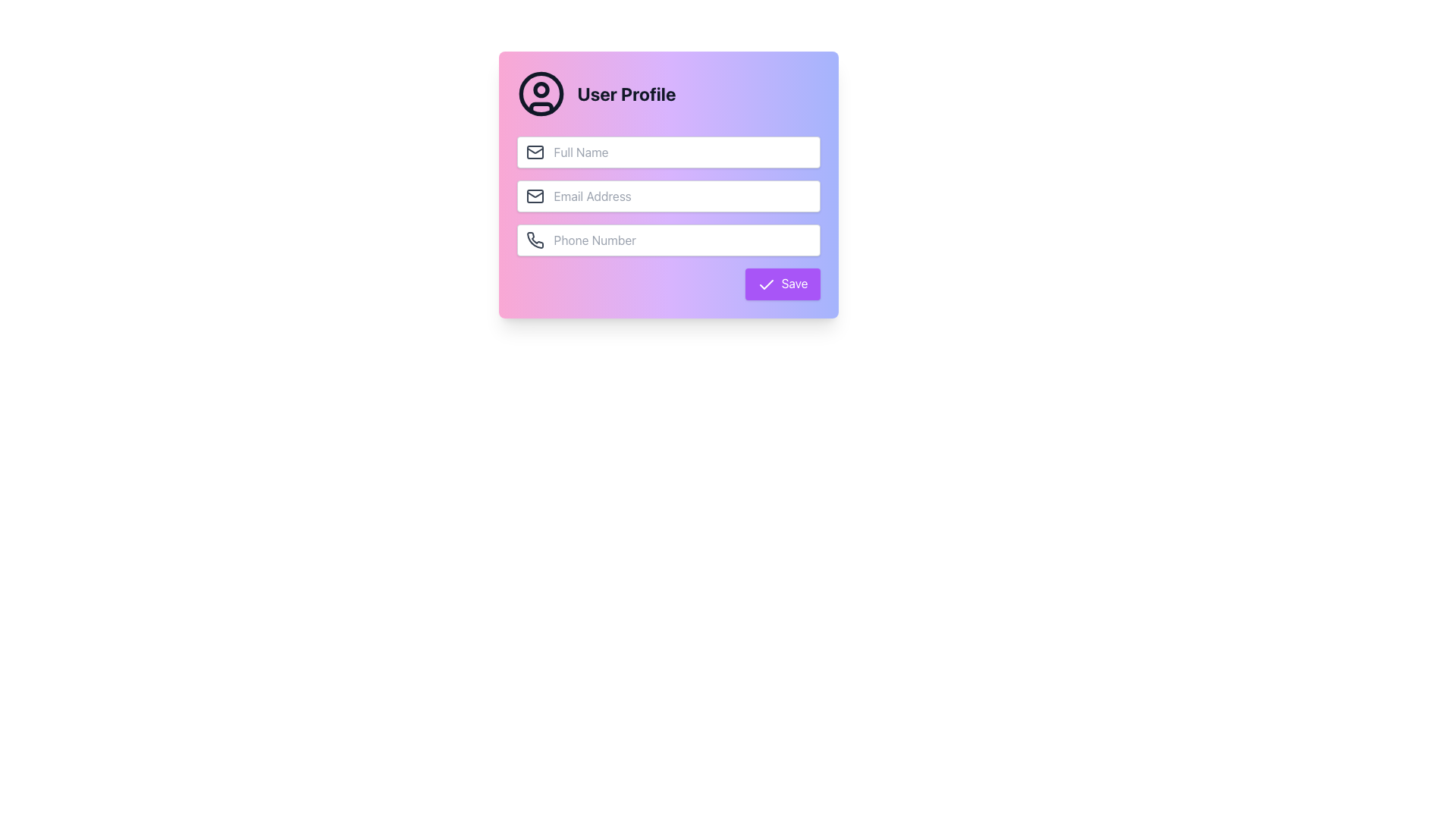 The width and height of the screenshot is (1456, 819). I want to click on the decorative envelope icon positioned to the left of the 'Email Address' input field, so click(535, 195).